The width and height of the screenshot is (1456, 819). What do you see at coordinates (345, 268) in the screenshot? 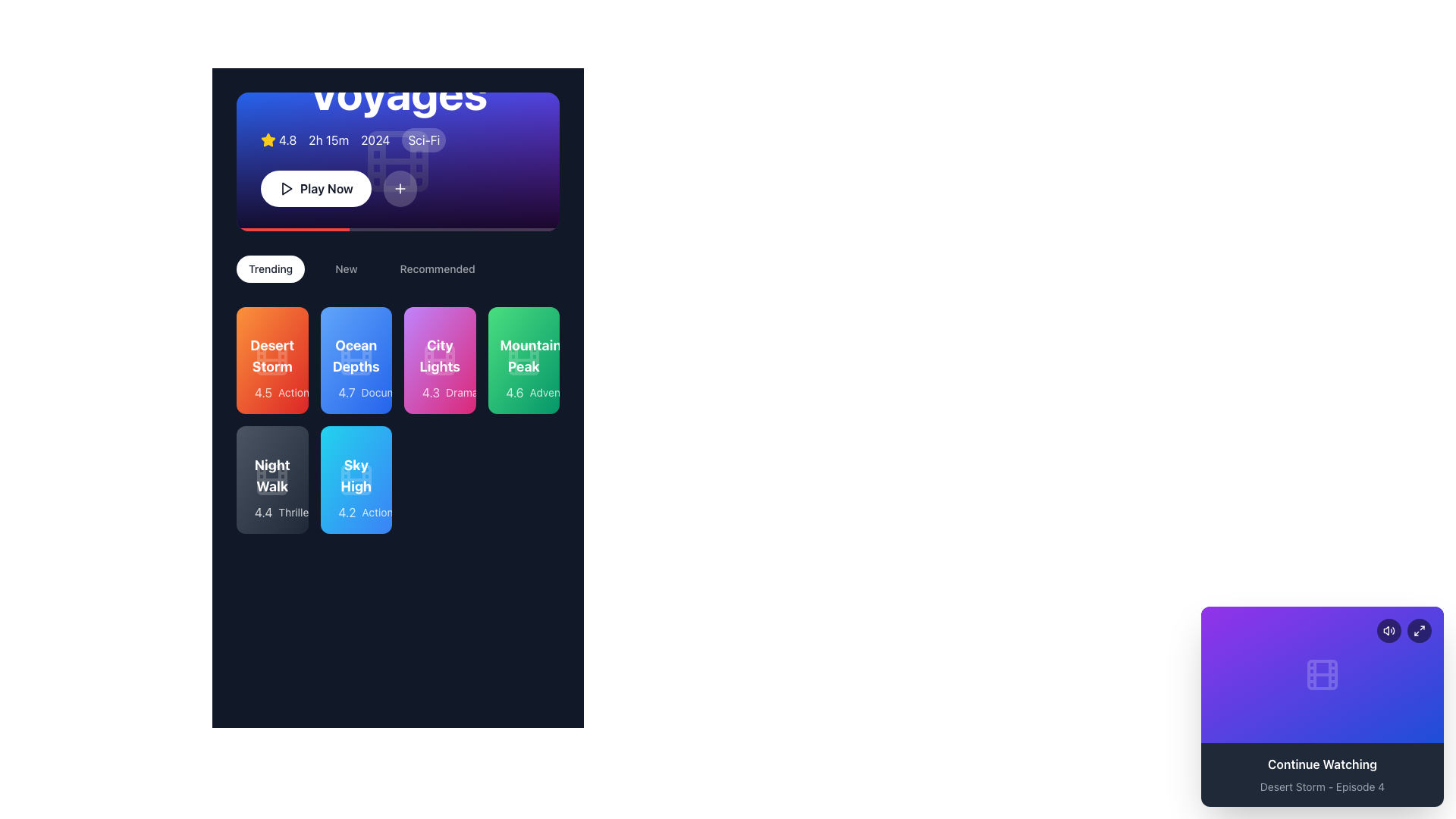
I see `the small button labeled 'New' that is located centrally between the 'Trending' and 'Recommended' items in the navigation area` at bounding box center [345, 268].